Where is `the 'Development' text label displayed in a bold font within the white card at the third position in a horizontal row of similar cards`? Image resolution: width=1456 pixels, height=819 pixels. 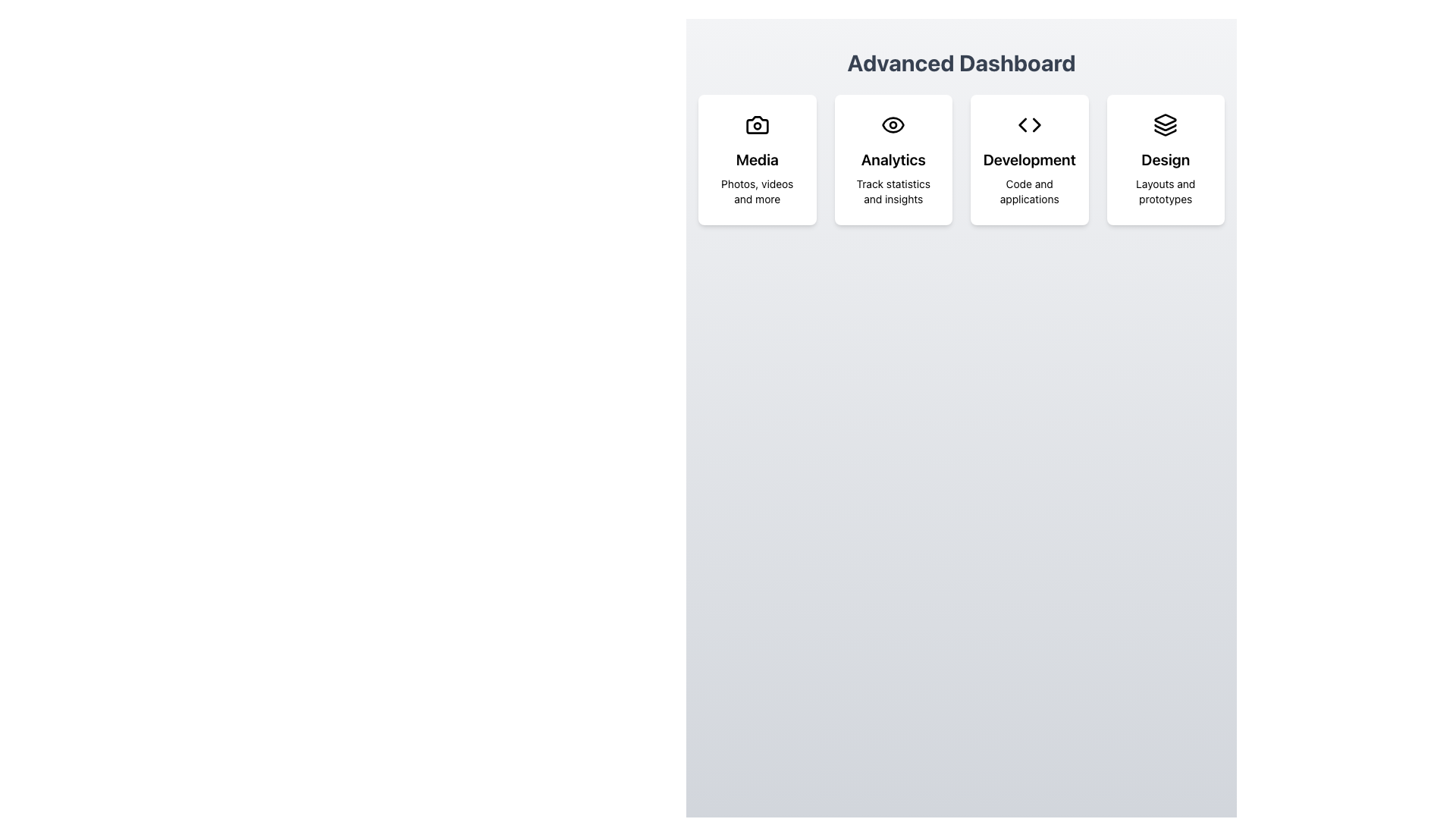
the 'Development' text label displayed in a bold font within the white card at the third position in a horizontal row of similar cards is located at coordinates (1029, 160).